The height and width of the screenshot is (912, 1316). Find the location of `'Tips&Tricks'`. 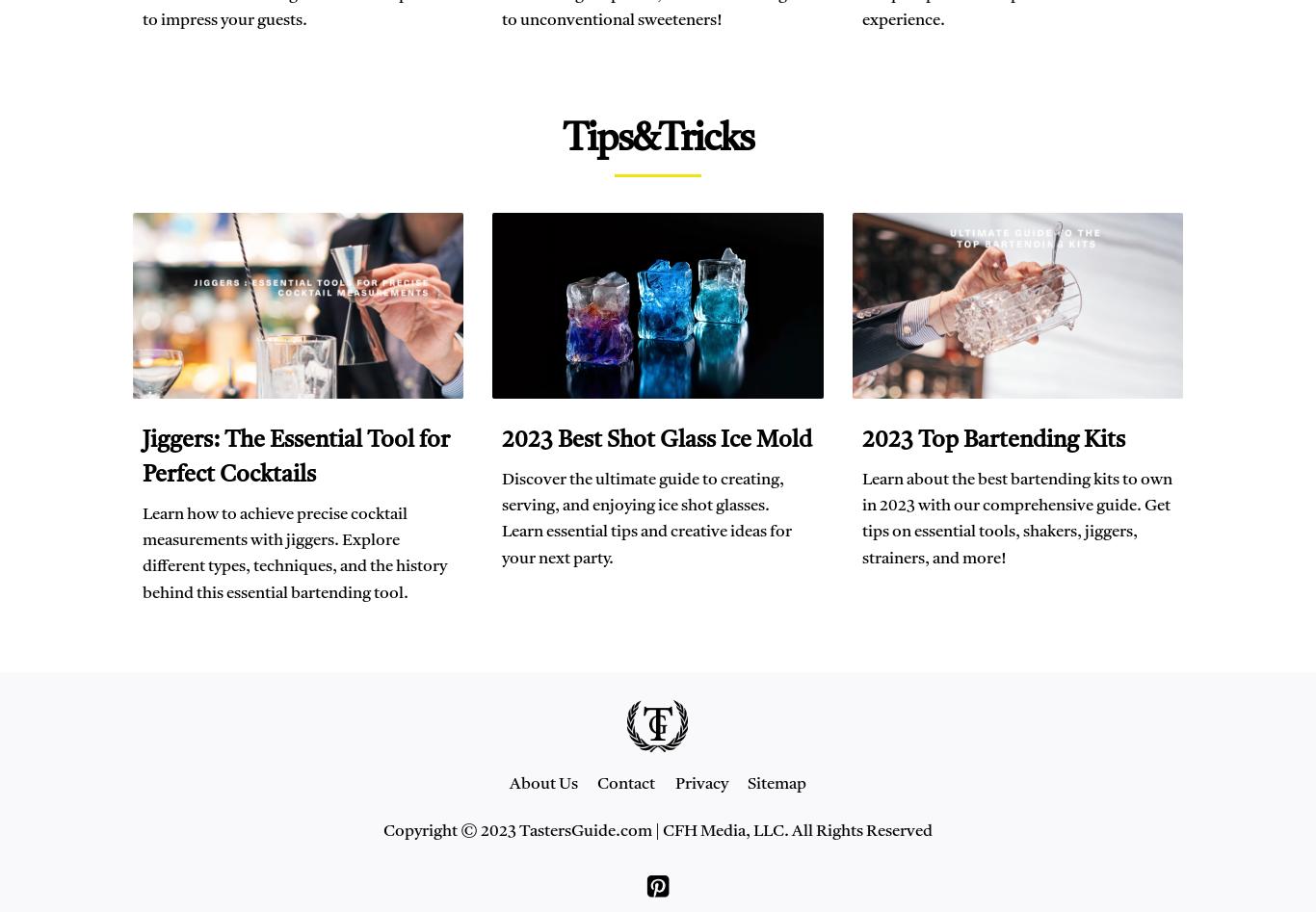

'Tips&Tricks' is located at coordinates (658, 138).